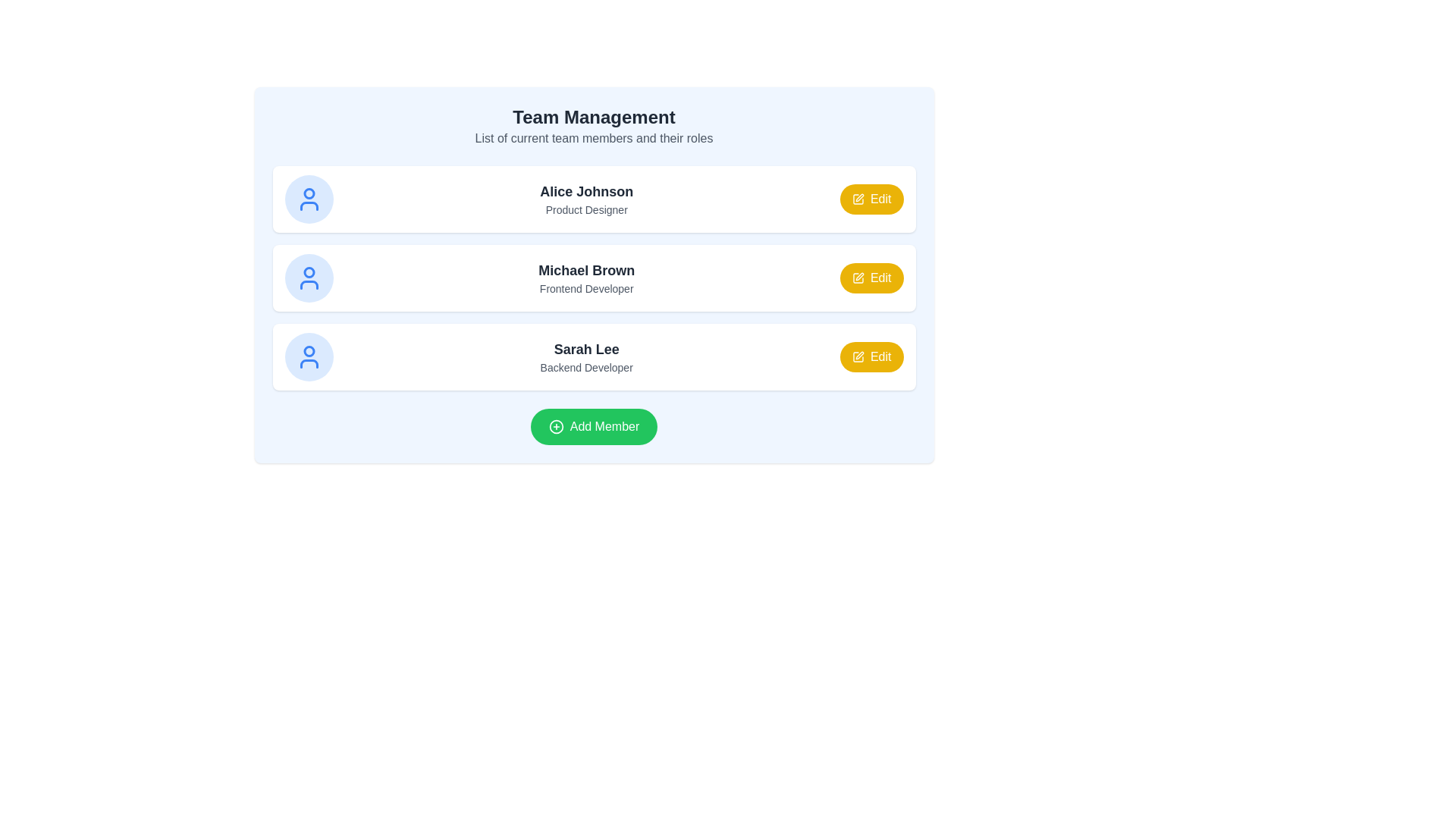 The height and width of the screenshot is (819, 1456). I want to click on the small blue circular head of the user icon located at the top-left of the 'Alice Johnson' team member card, so click(308, 193).